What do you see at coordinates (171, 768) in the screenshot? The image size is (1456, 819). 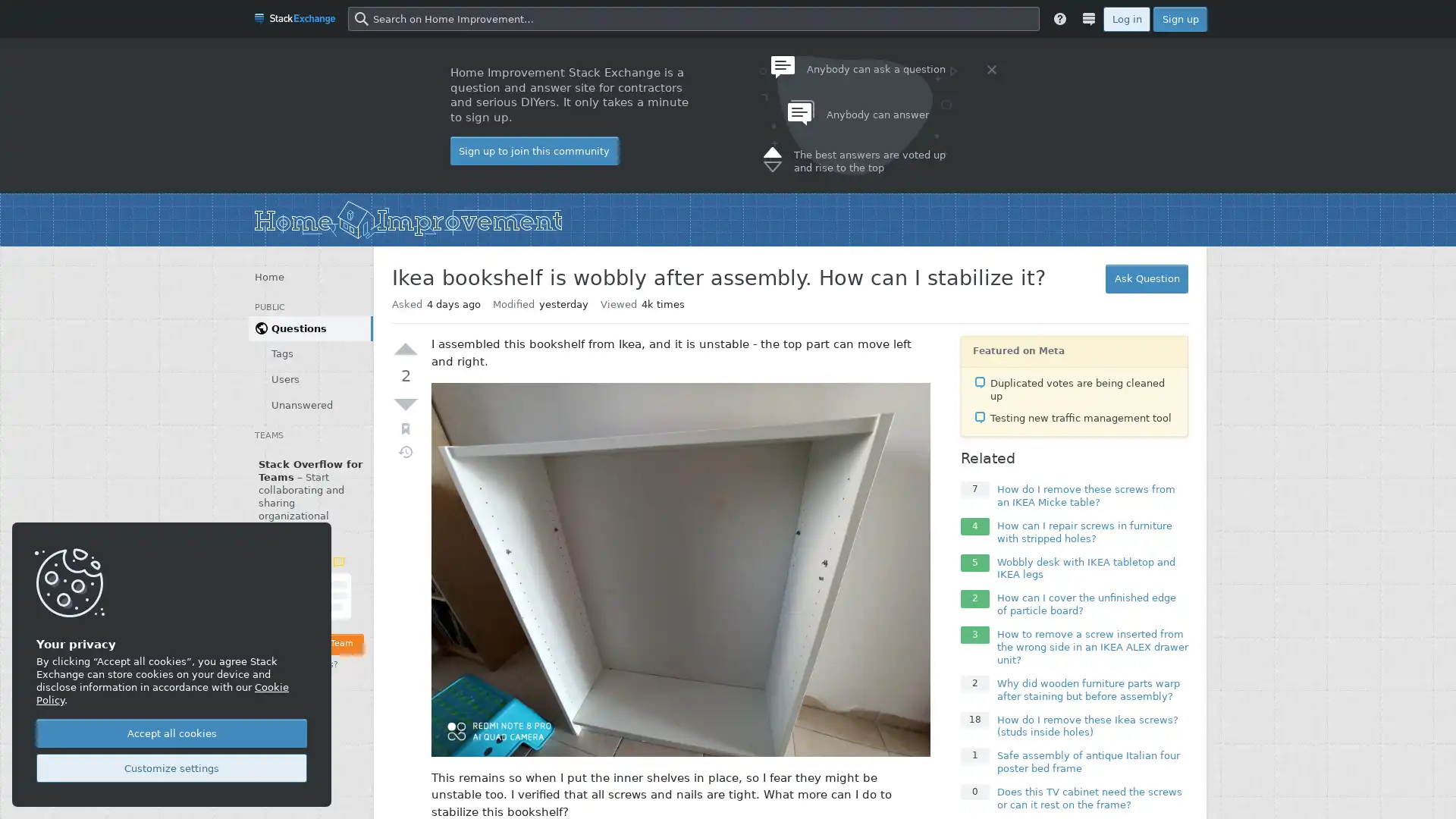 I see `Customize settings` at bounding box center [171, 768].